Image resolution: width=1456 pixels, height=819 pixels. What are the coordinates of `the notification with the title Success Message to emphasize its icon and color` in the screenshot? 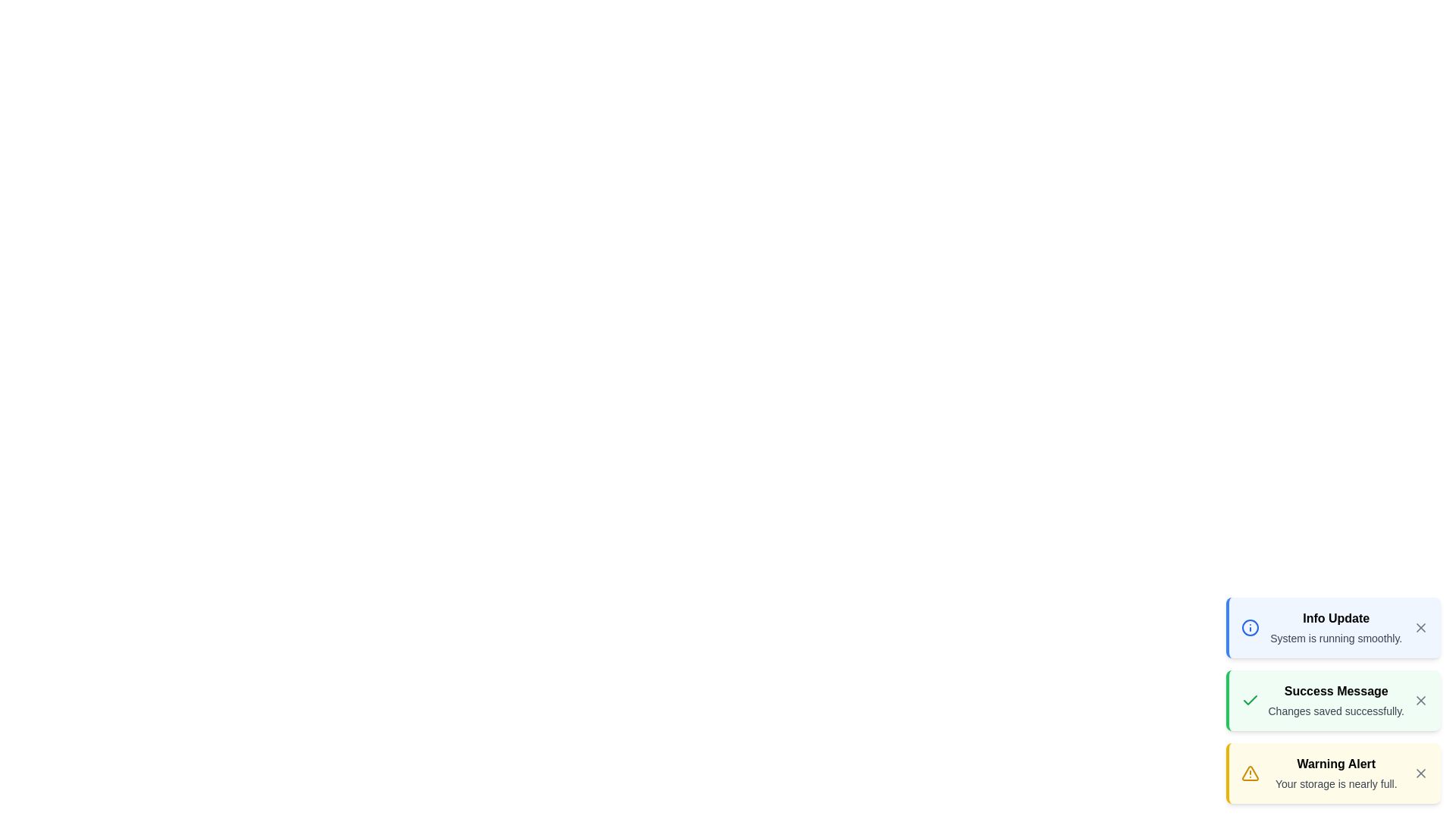 It's located at (1332, 701).